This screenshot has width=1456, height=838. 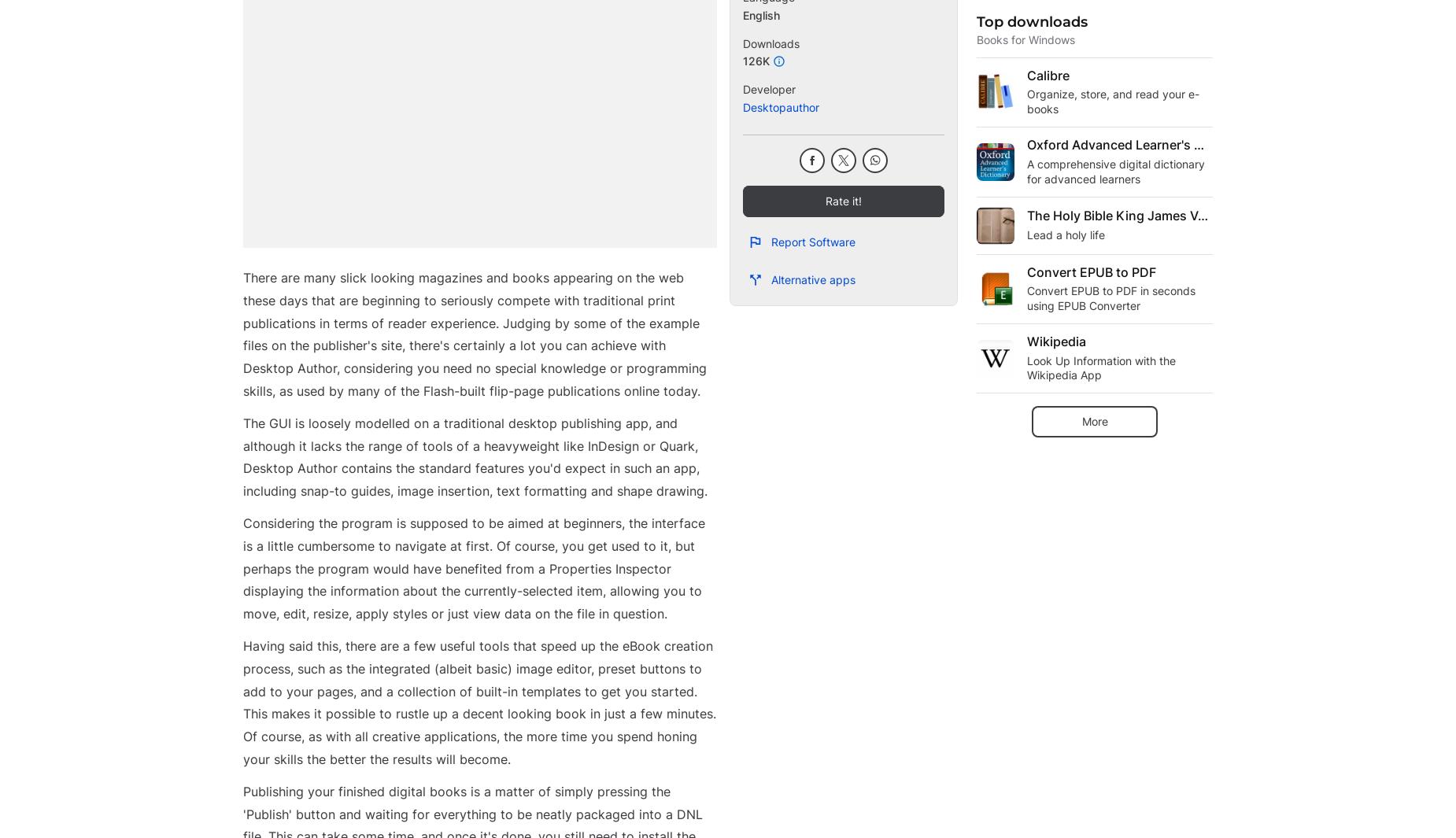 I want to click on 'Monetization solutions for Publishers', so click(x=579, y=793).